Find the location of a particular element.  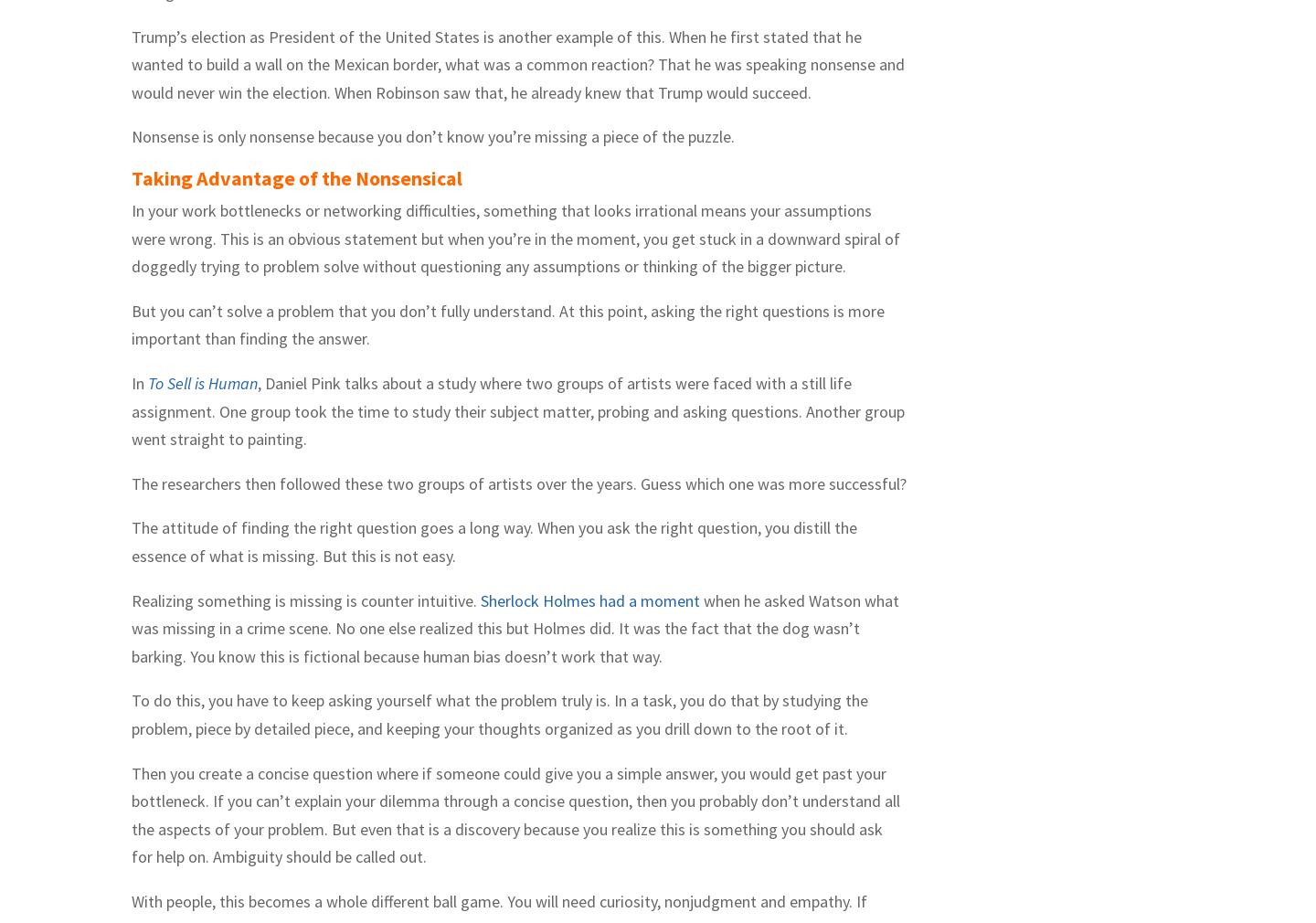

'The researchers then followed these two groups of artists over the years. Guess which one was more successful?' is located at coordinates (131, 482).